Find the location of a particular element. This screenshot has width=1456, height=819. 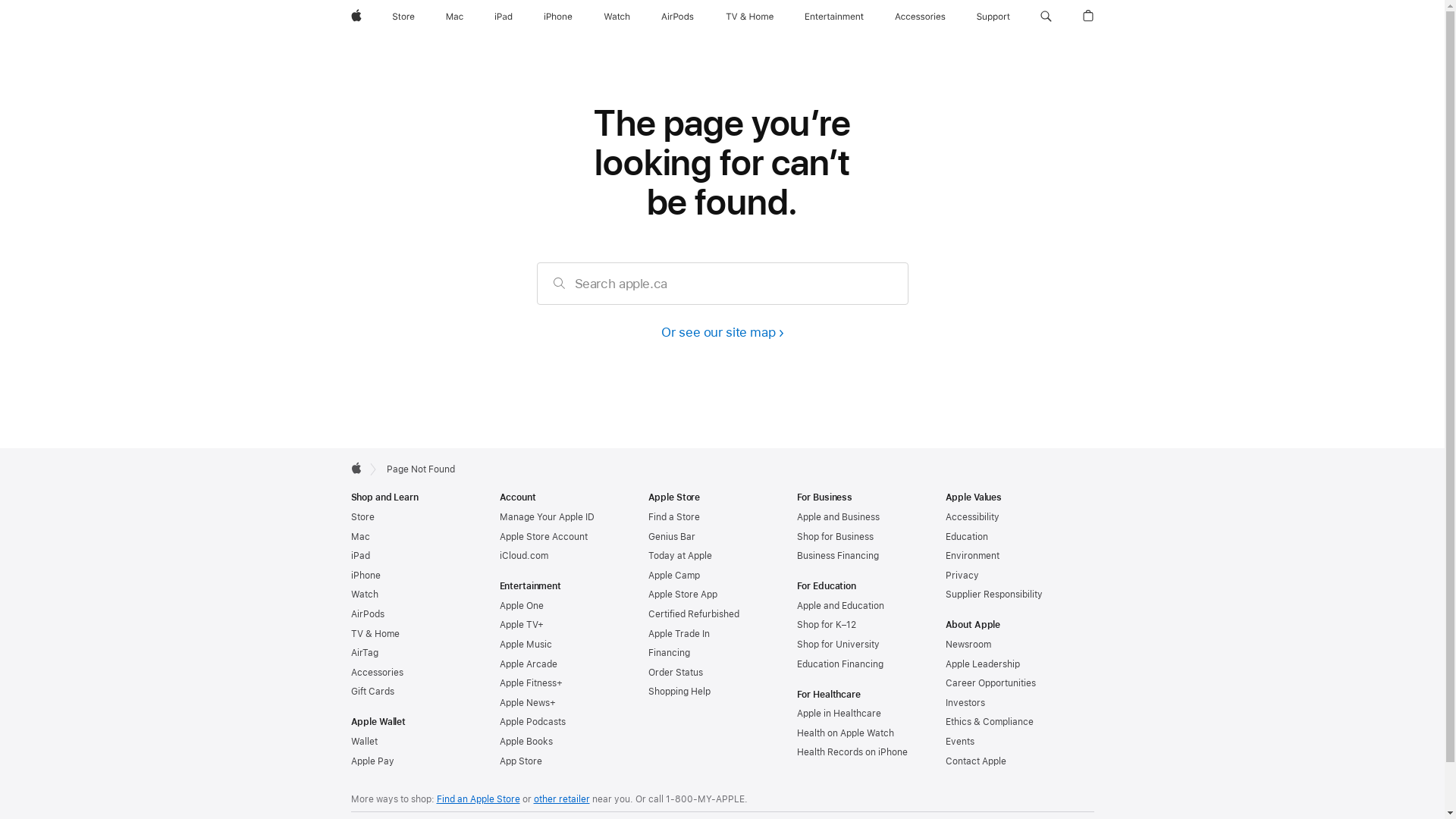

'Apple Store Account' is located at coordinates (542, 536).